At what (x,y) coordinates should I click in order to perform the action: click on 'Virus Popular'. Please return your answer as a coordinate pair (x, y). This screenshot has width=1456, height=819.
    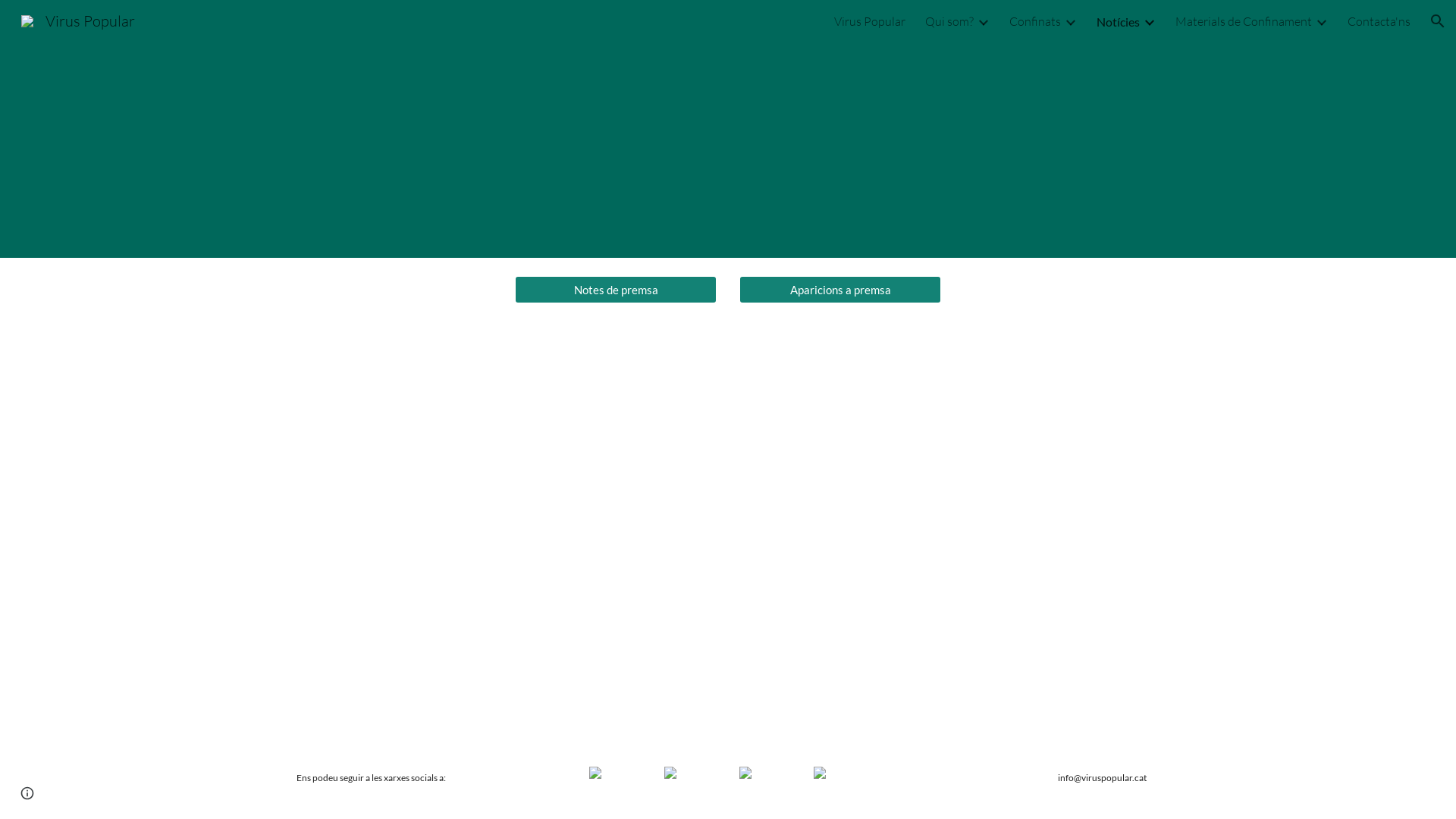
    Looking at the image, I should click on (870, 20).